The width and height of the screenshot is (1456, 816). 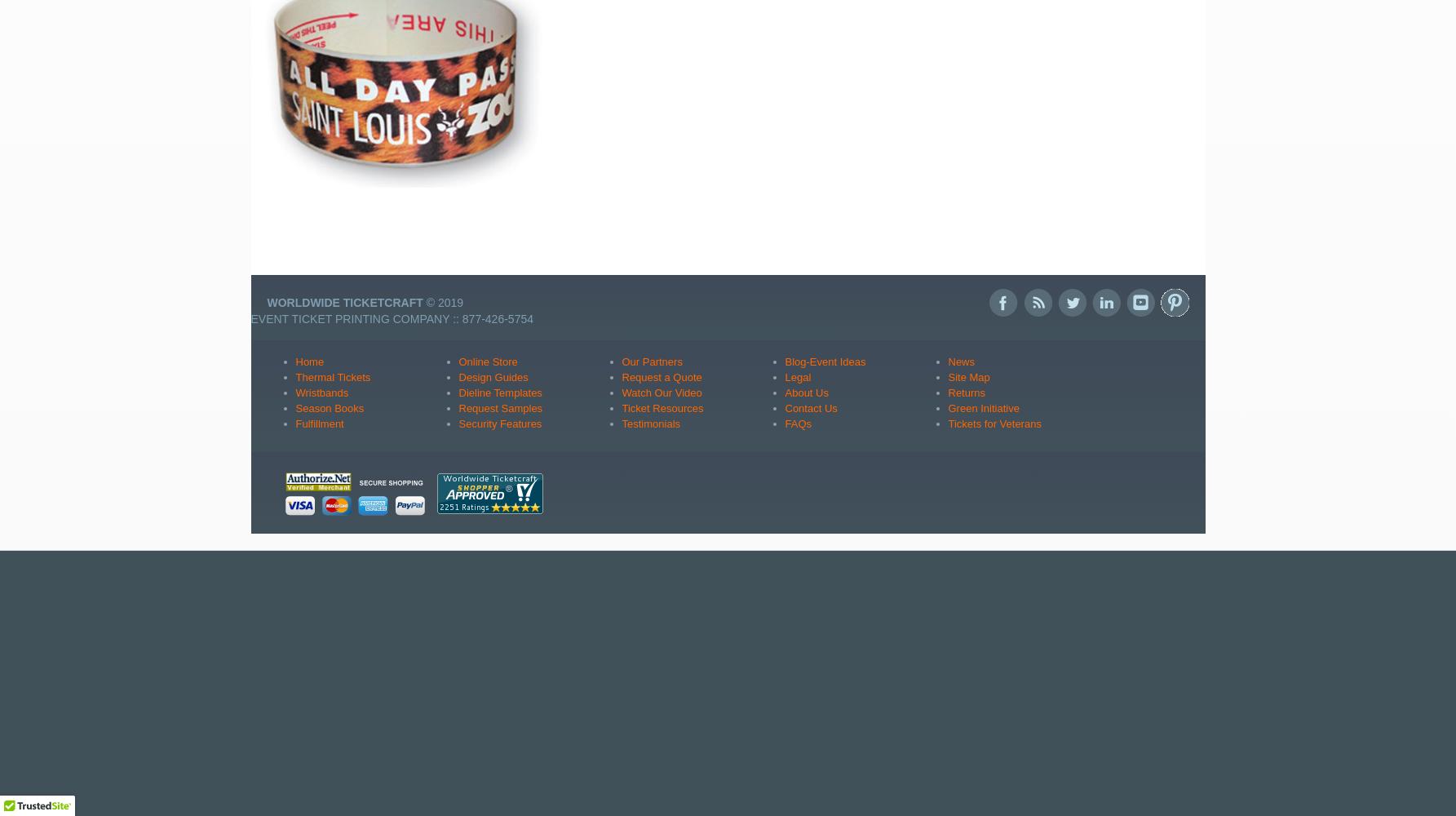 I want to click on 'Blog-Event Ideas', so click(x=824, y=360).